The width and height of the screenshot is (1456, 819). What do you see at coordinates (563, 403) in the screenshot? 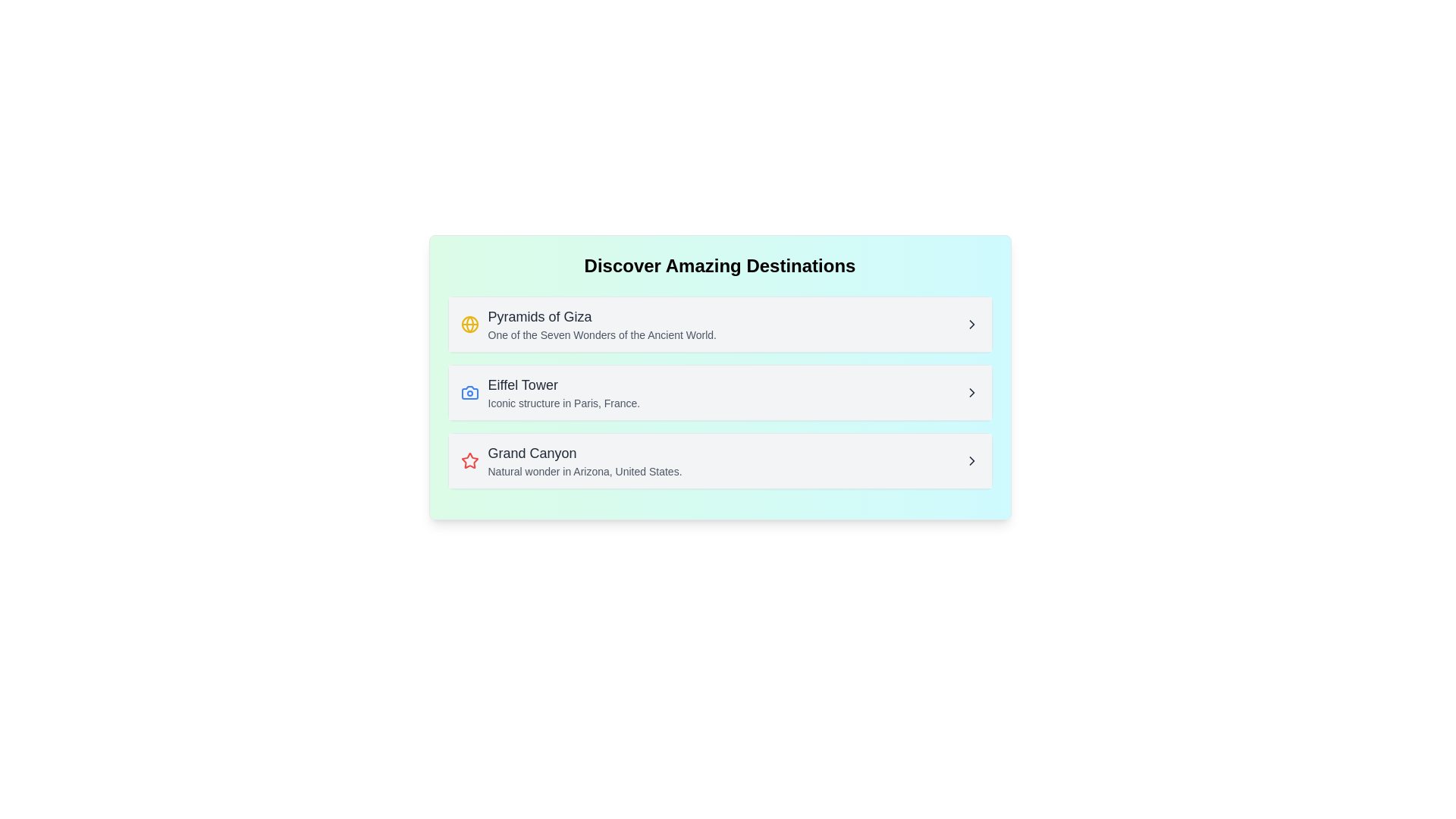
I see `the descriptive text label about the 'Eiffel Tower', which is located below the heading and centered horizontally` at bounding box center [563, 403].